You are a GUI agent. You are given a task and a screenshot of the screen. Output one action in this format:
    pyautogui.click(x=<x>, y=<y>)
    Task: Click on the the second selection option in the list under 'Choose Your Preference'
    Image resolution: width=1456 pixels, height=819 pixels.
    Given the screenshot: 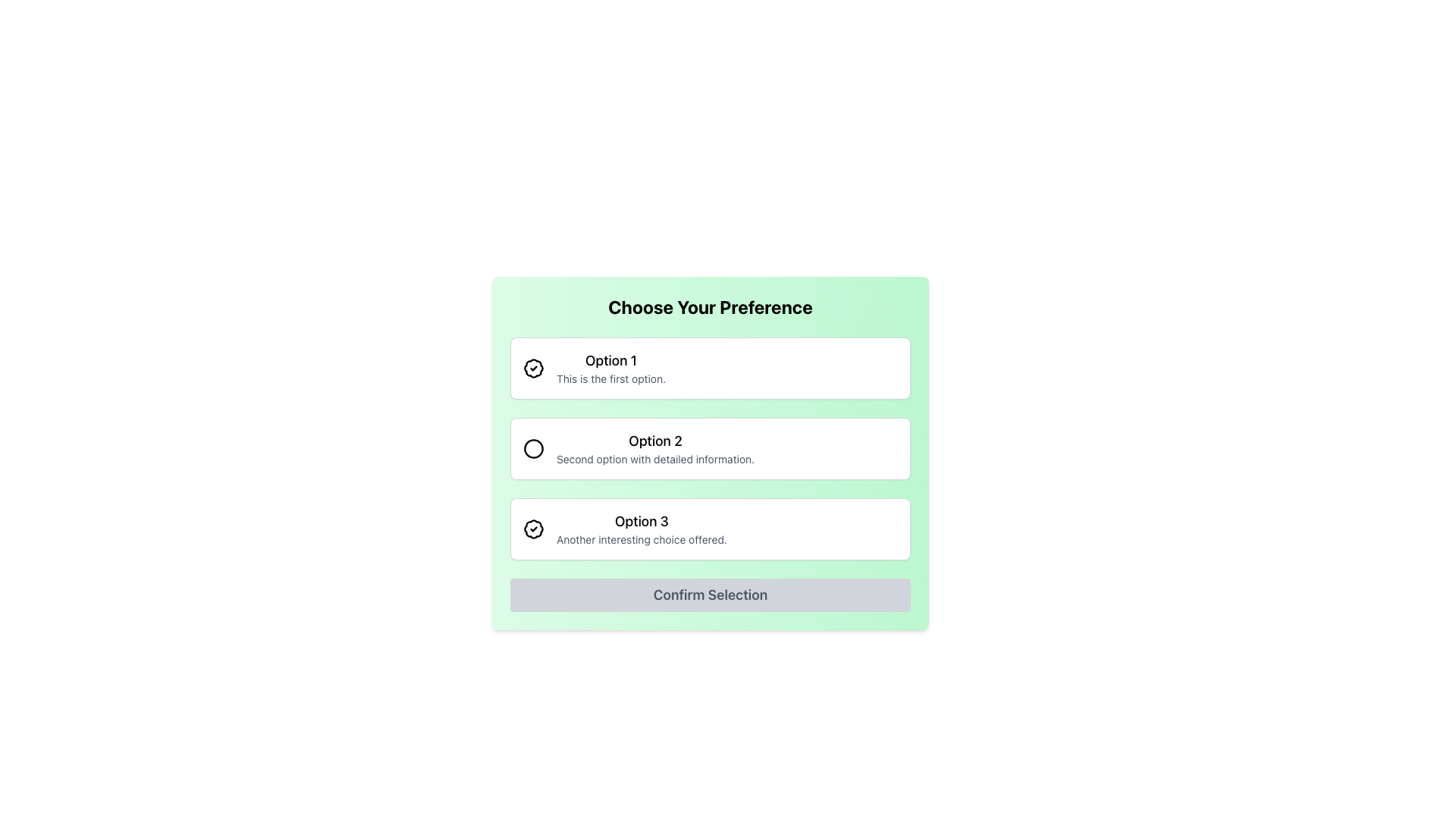 What is the action you would take?
    pyautogui.click(x=709, y=452)
    